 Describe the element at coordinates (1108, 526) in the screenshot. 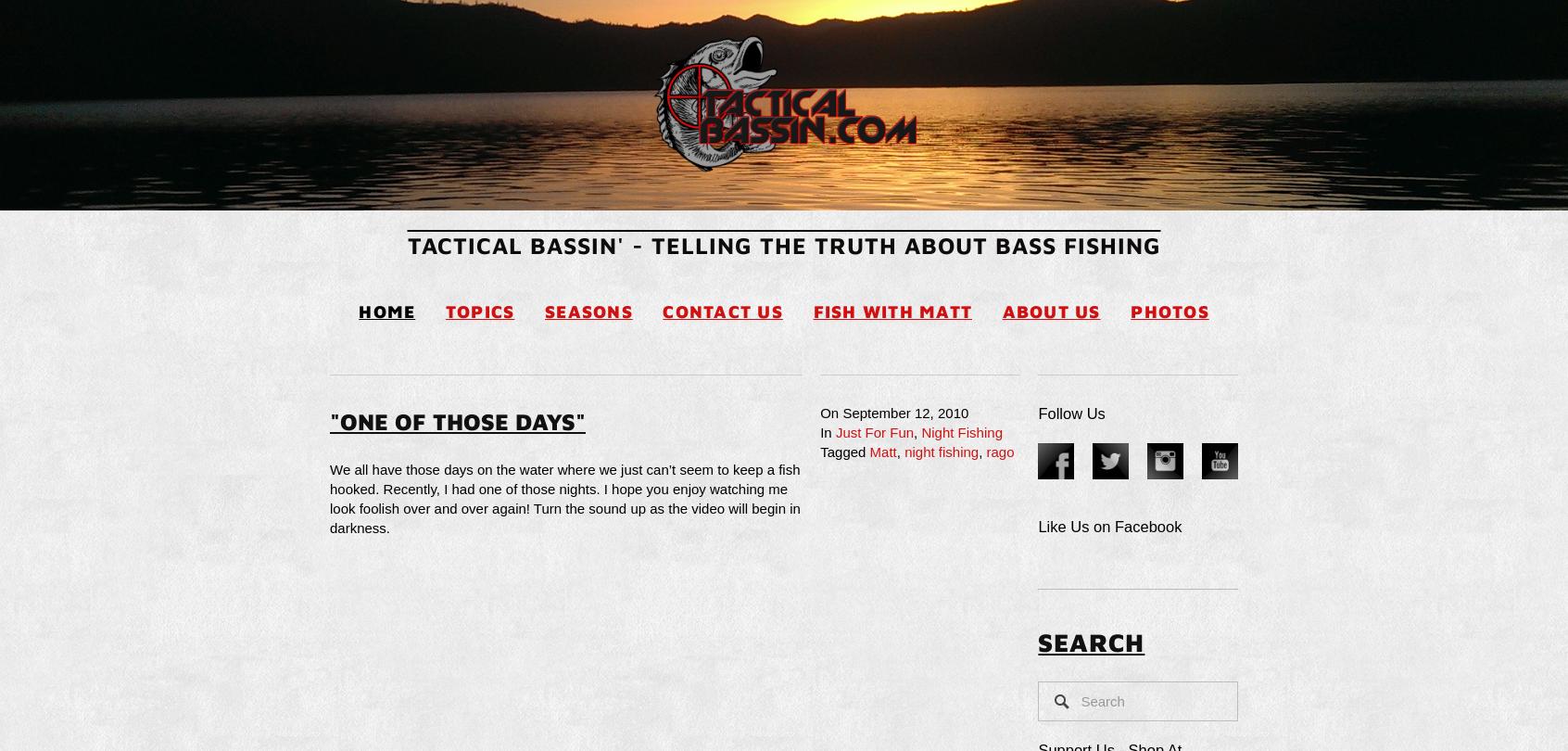

I see `'Like Us on Facebook'` at that location.